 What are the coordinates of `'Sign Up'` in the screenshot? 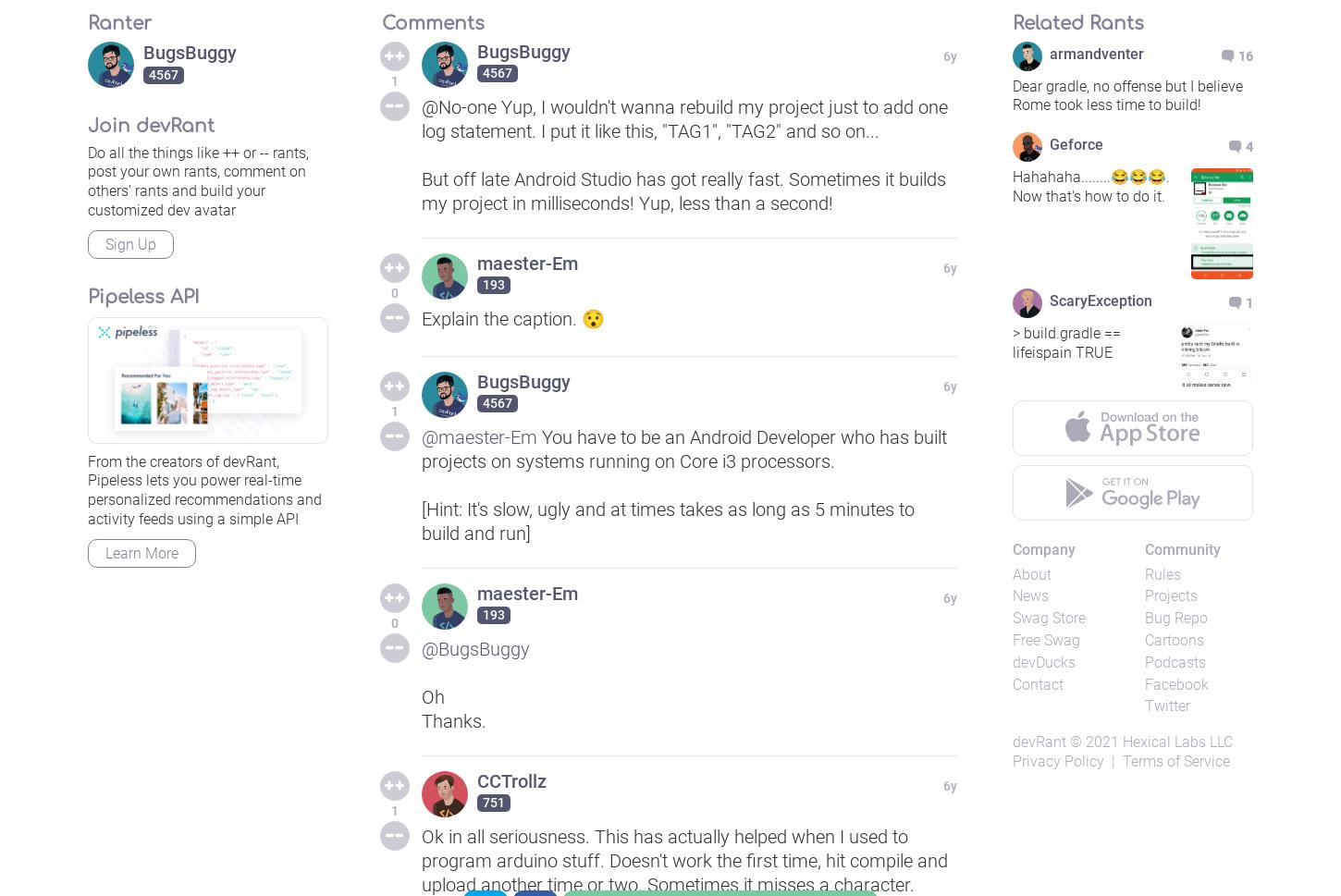 It's located at (105, 242).